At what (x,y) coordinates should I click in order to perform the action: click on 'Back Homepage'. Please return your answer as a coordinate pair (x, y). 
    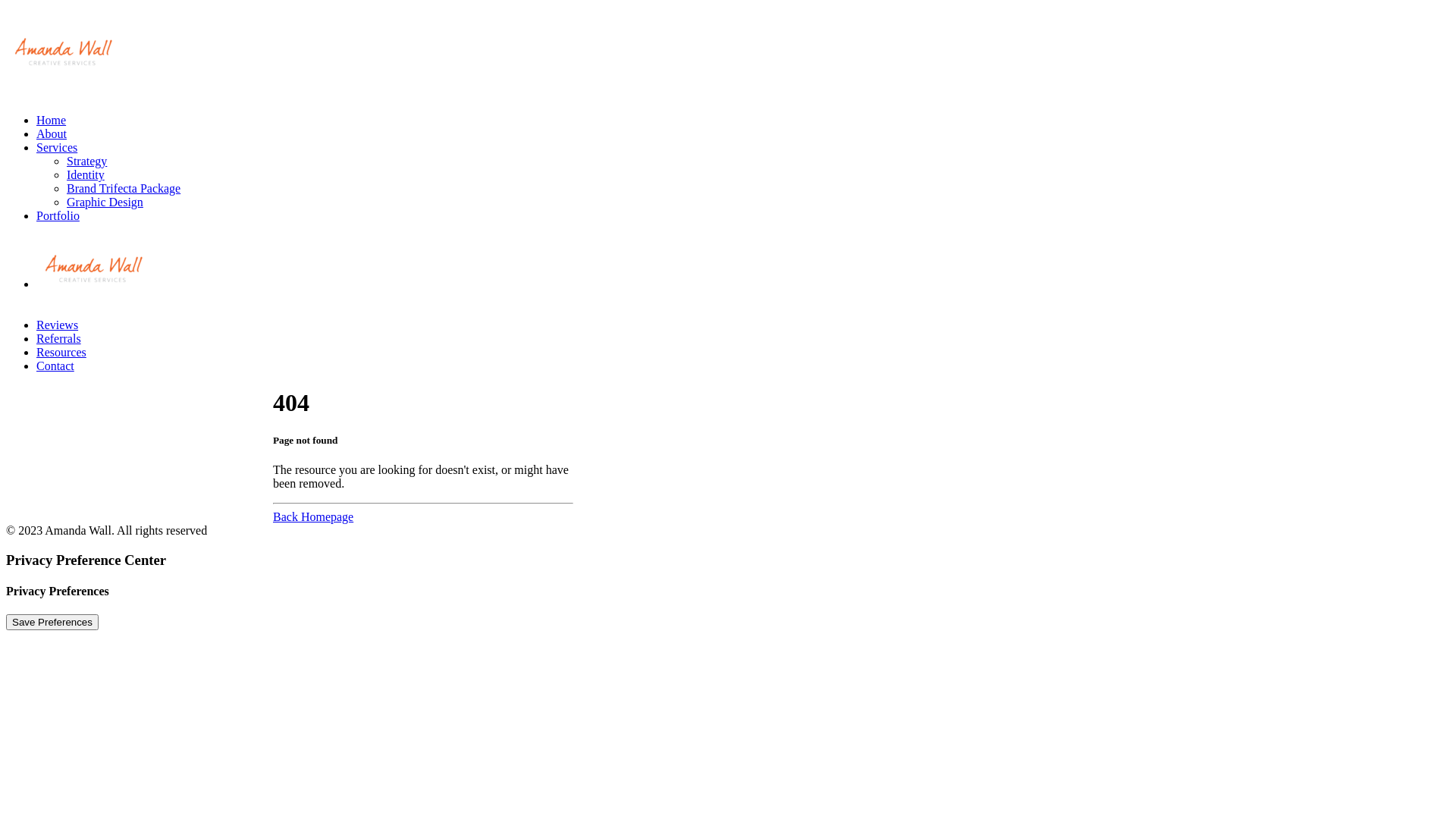
    Looking at the image, I should click on (312, 516).